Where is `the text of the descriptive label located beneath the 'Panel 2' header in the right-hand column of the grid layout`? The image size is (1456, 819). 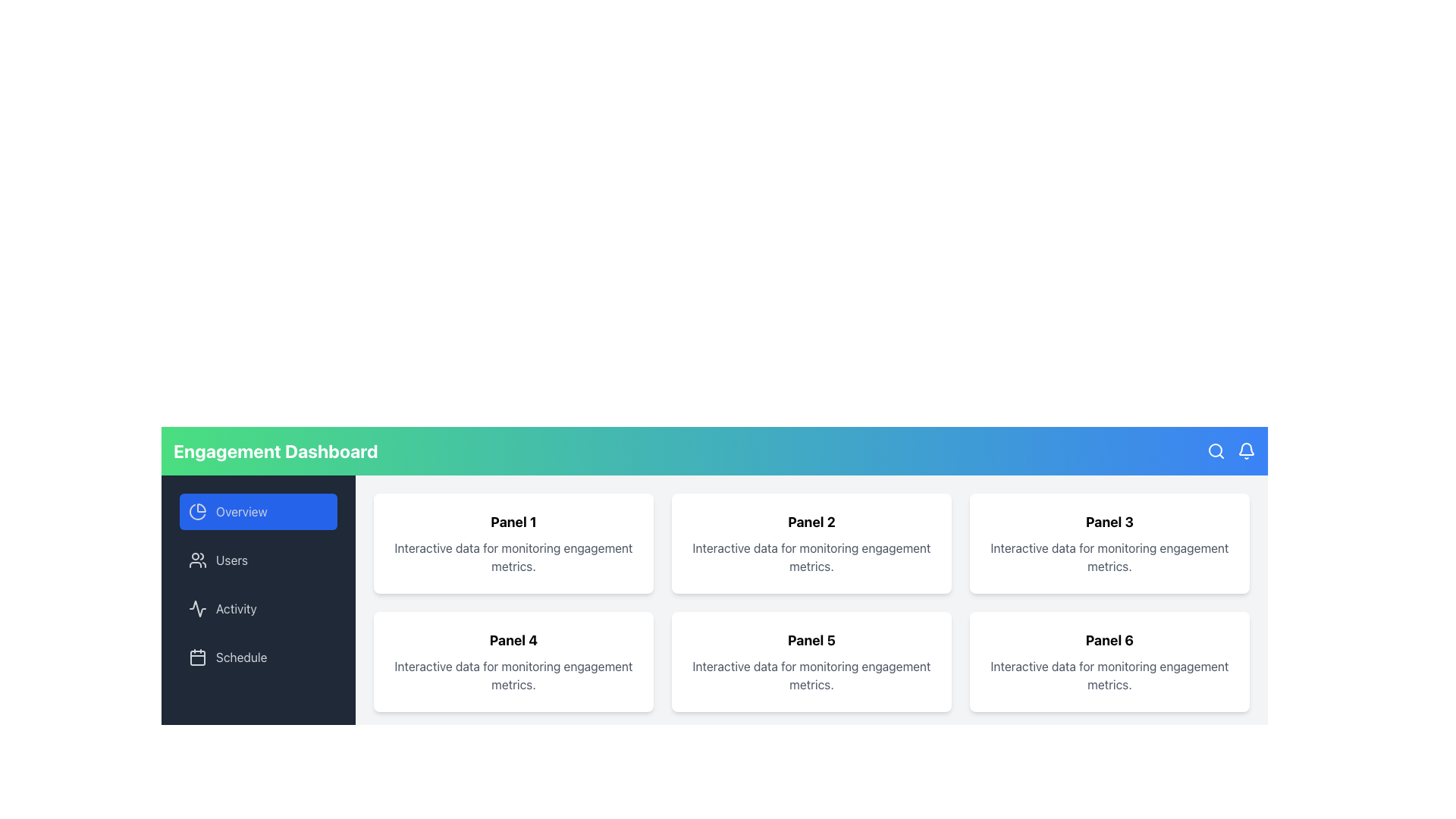 the text of the descriptive label located beneath the 'Panel 2' header in the right-hand column of the grid layout is located at coordinates (811, 557).